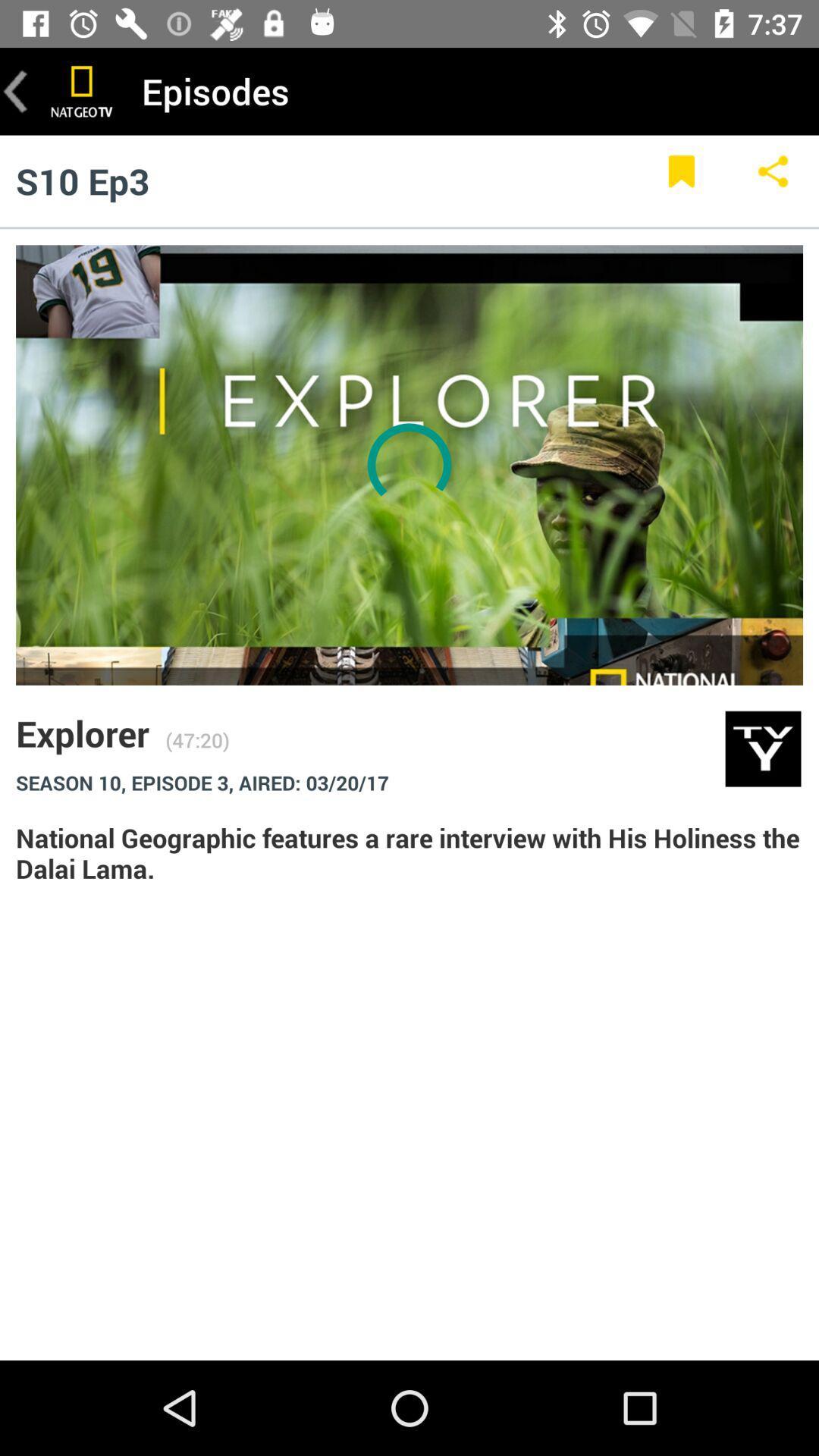 The image size is (819, 1456). I want to click on item to the right of the s10 ep3, so click(680, 180).